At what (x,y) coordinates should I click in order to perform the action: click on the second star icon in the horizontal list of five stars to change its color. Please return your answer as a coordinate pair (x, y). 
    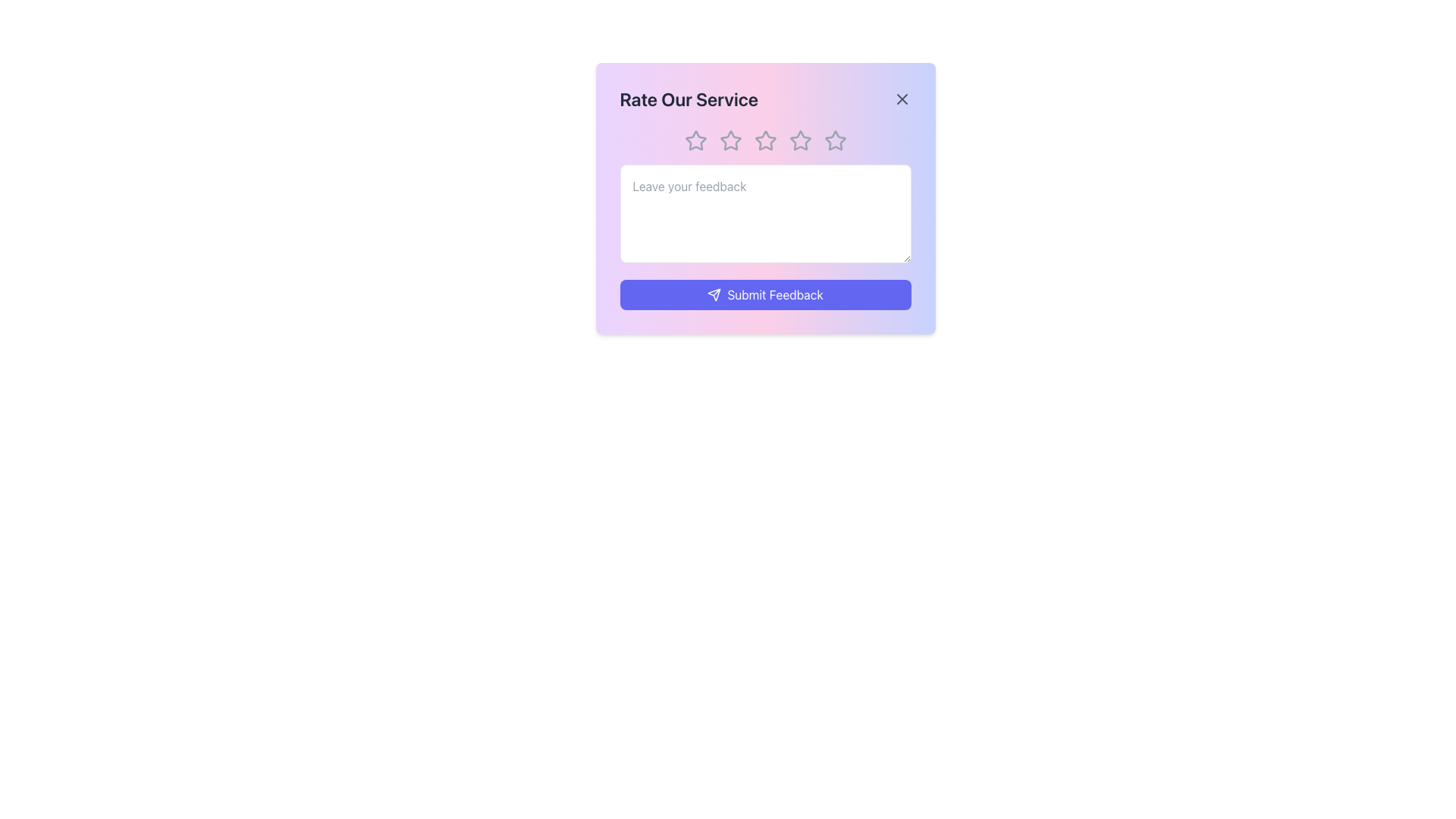
    Looking at the image, I should click on (730, 140).